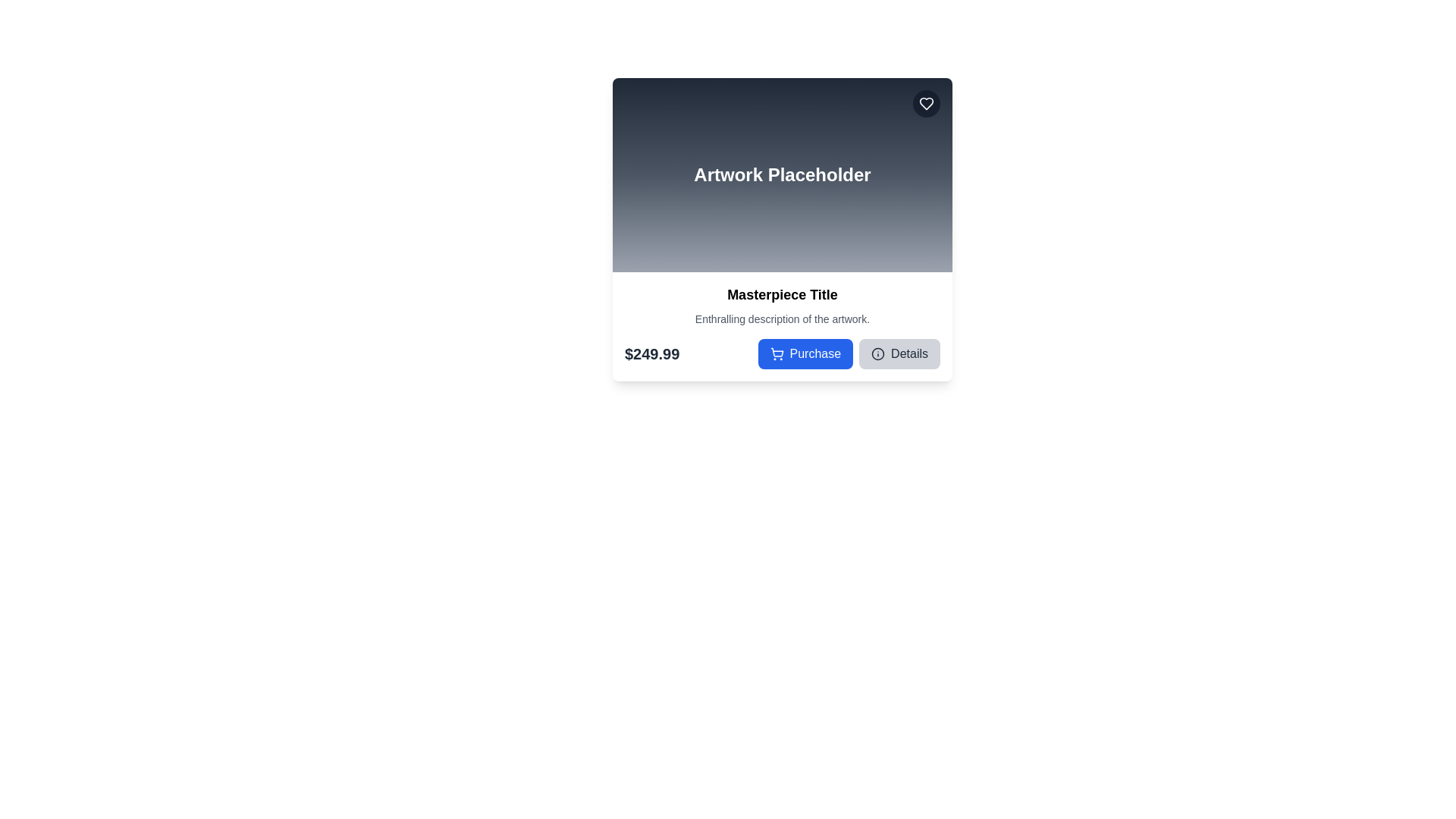 The height and width of the screenshot is (819, 1456). Describe the element at coordinates (777, 353) in the screenshot. I see `the small shopping cart icon, which is styled in white on a blue button labeled 'Purchase', indicating it is a functional element within the card layout` at that location.